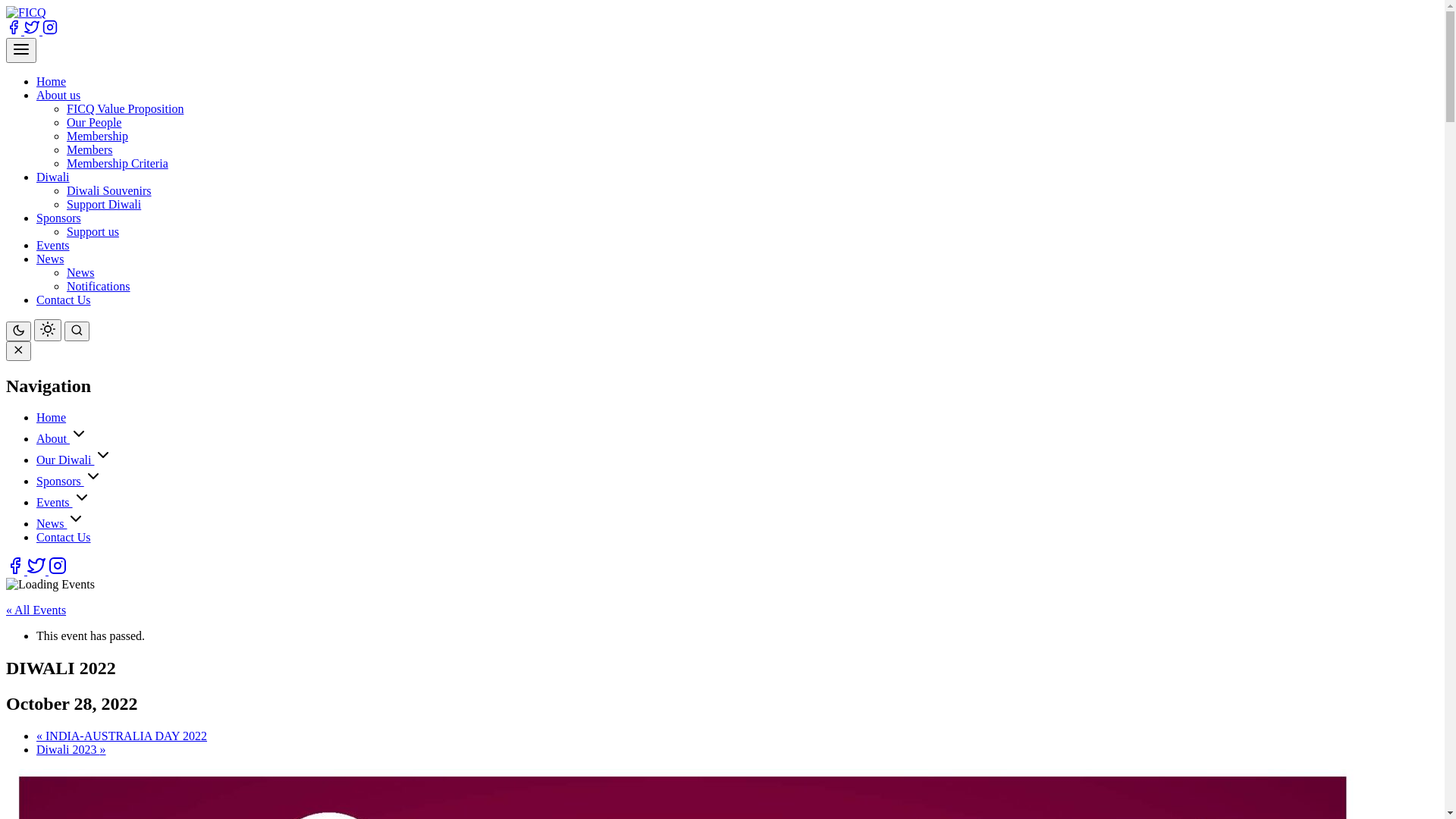 The width and height of the screenshot is (1456, 819). Describe the element at coordinates (116, 163) in the screenshot. I see `'Membership Criteria'` at that location.